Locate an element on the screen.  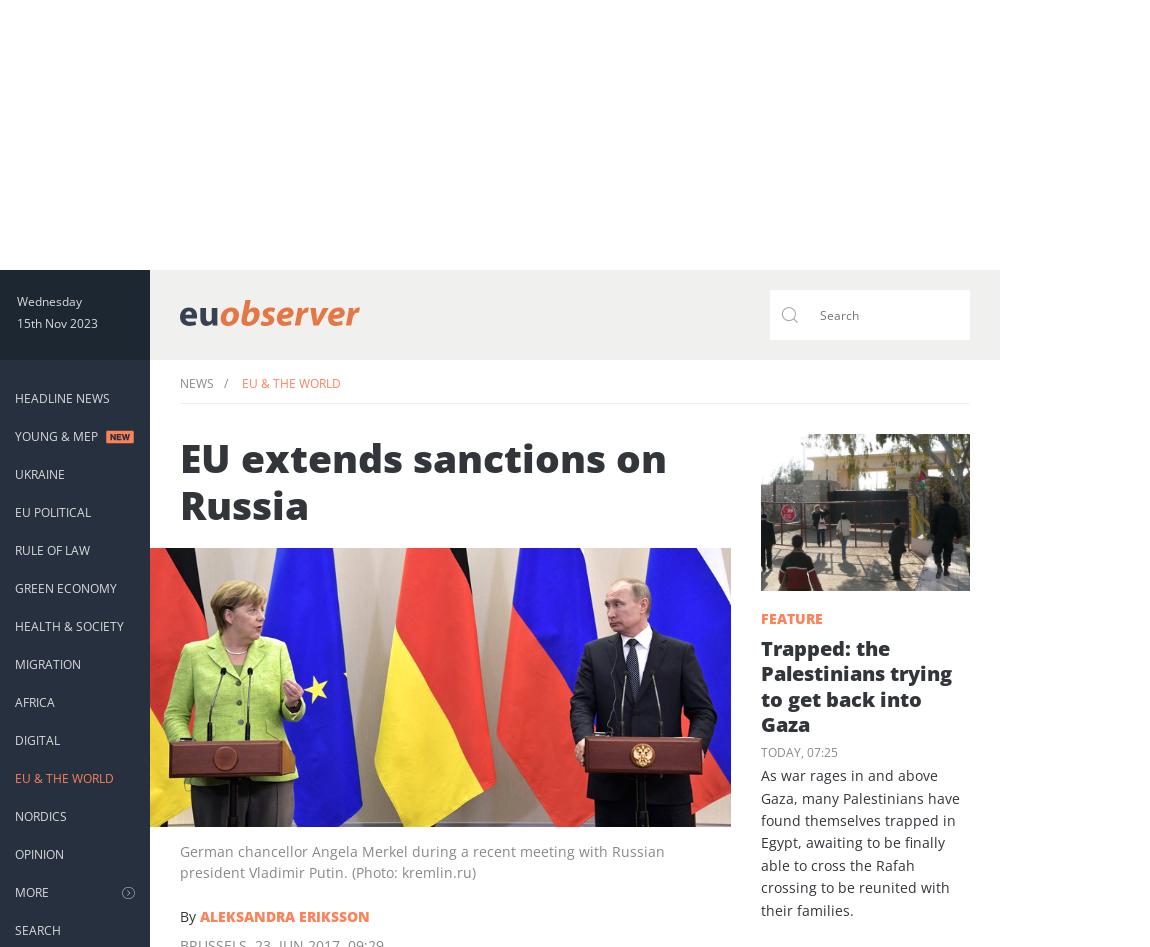
'Africa' is located at coordinates (13, 701).